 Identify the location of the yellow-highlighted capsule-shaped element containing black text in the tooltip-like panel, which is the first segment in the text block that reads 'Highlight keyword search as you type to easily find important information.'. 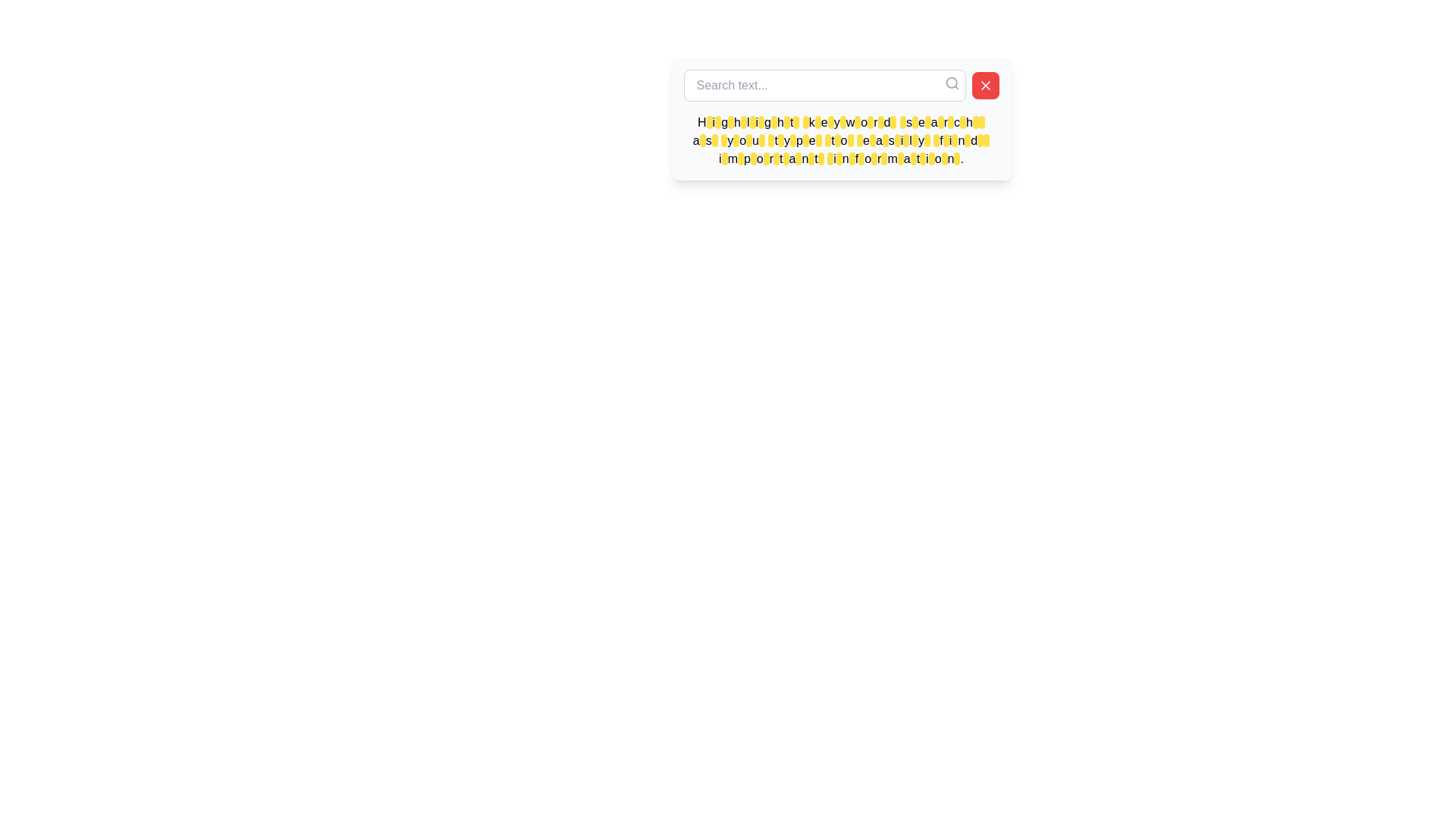
(708, 121).